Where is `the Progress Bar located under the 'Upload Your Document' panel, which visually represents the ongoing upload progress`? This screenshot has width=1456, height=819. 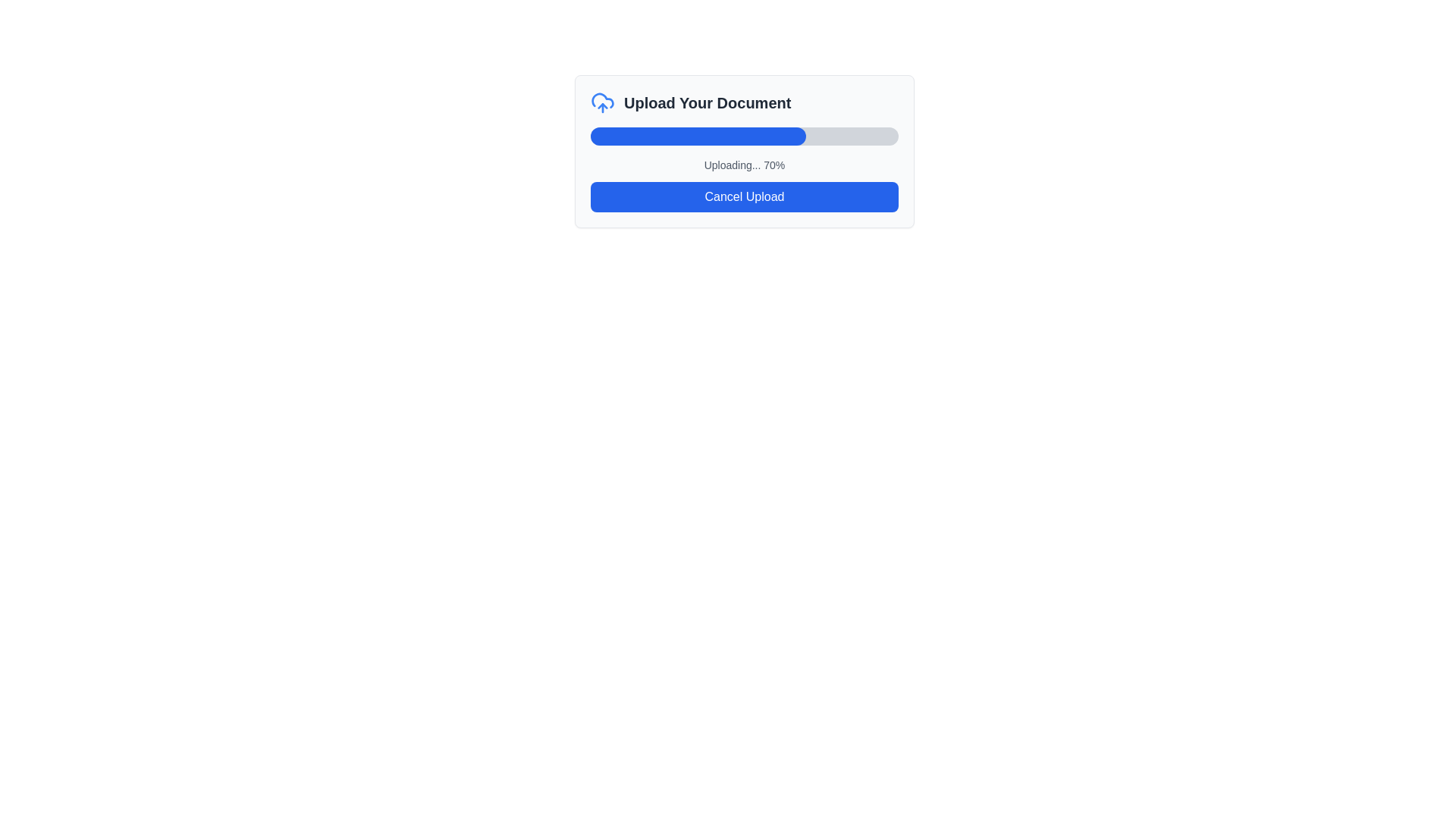 the Progress Bar located under the 'Upload Your Document' panel, which visually represents the ongoing upload progress is located at coordinates (745, 136).